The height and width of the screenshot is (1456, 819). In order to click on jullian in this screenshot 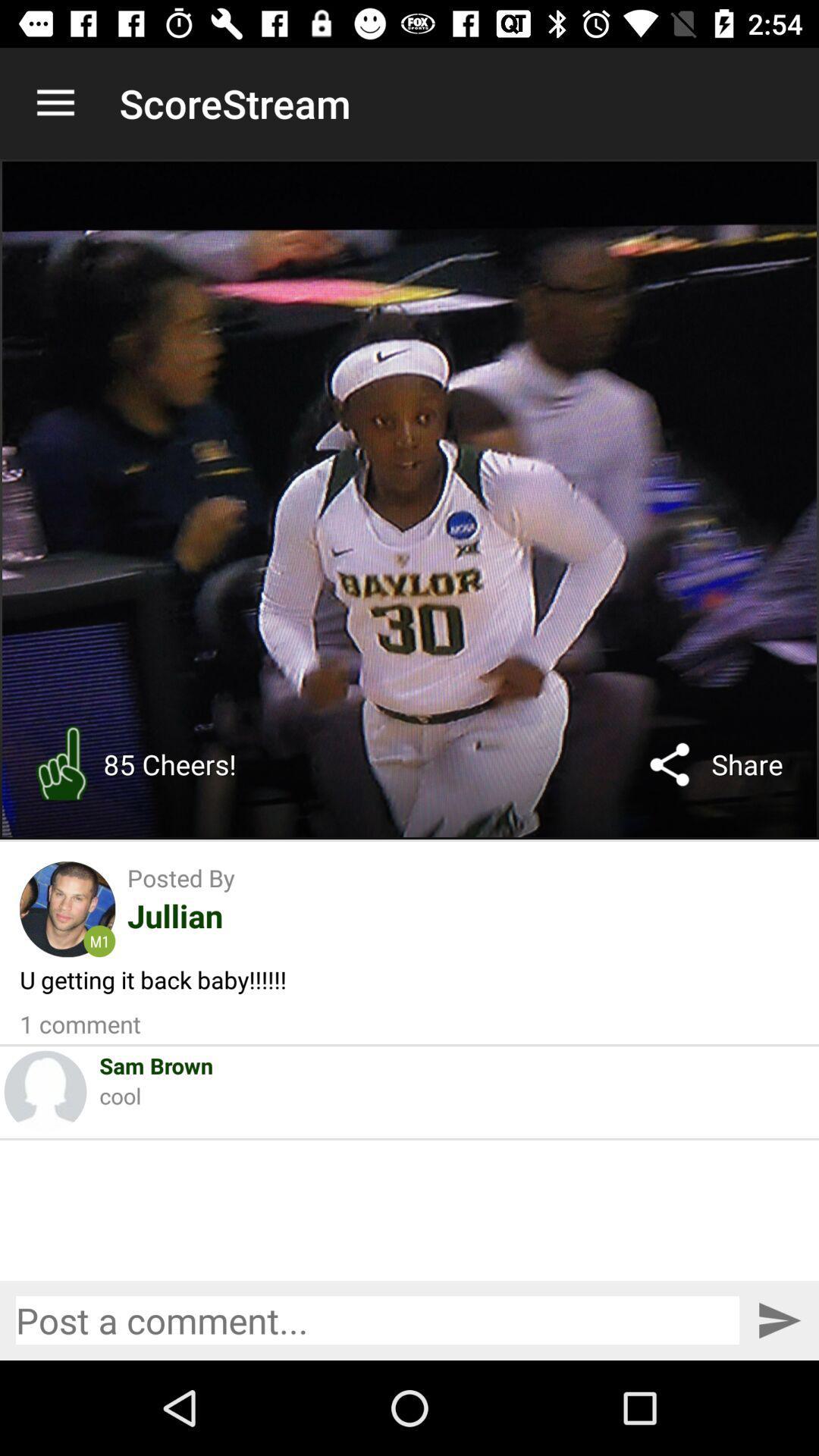, I will do `click(174, 915)`.